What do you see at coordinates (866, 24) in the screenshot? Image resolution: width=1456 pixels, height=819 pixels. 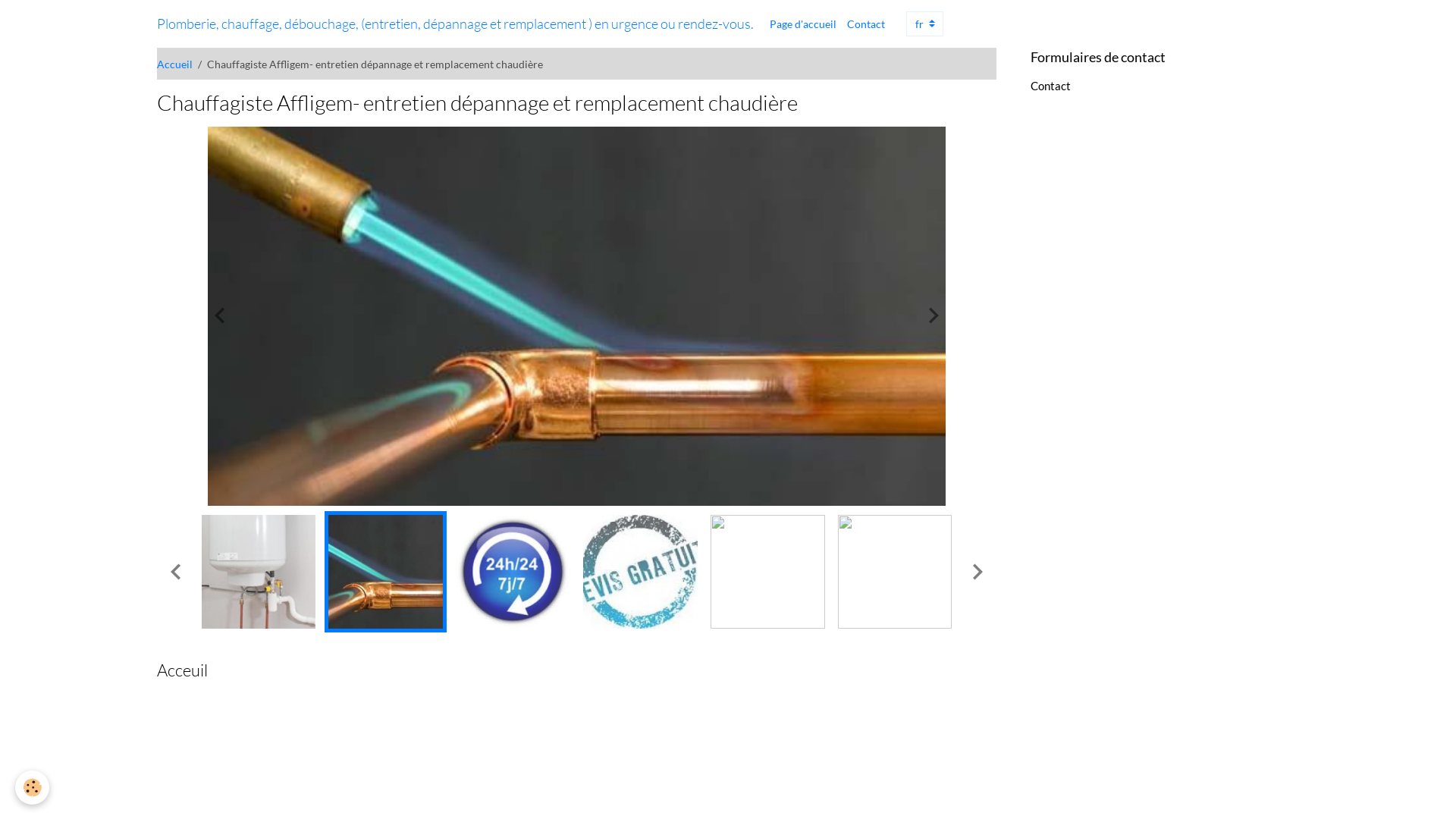 I see `'Contact'` at bounding box center [866, 24].